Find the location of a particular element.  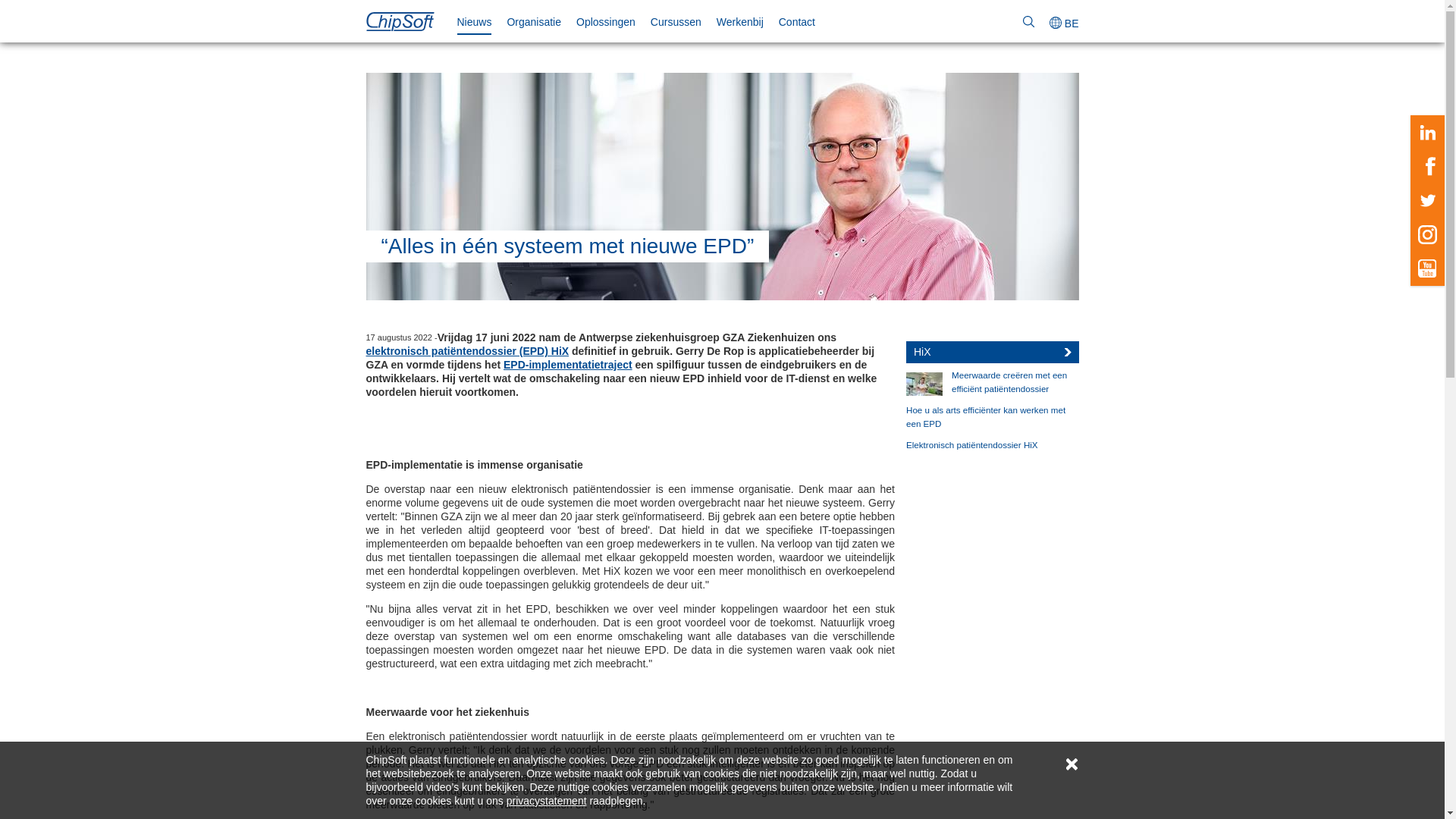

'Oplossingen' is located at coordinates (604, 22).